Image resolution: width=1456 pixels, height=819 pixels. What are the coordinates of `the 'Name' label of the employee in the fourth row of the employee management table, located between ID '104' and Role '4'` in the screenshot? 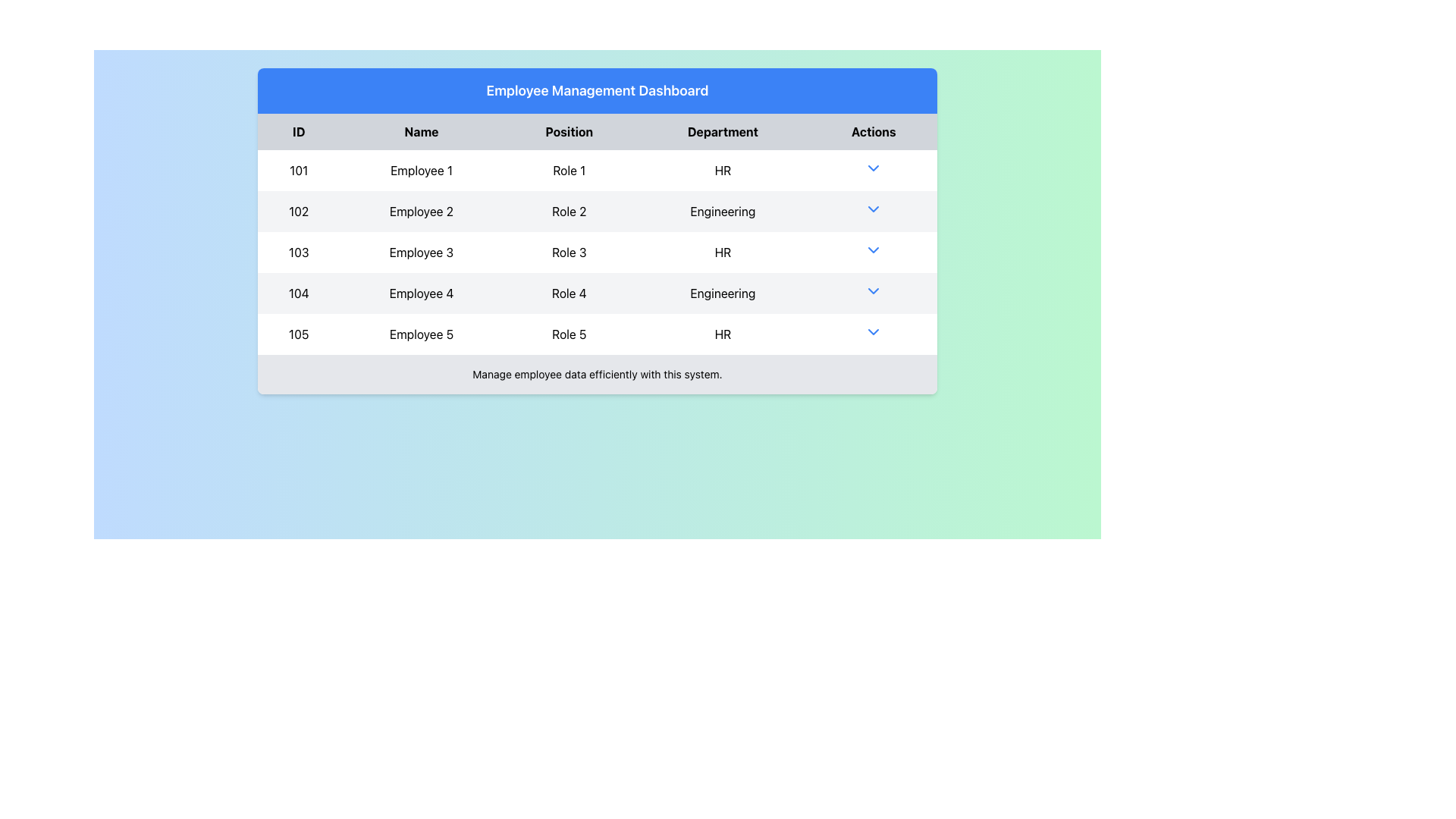 It's located at (422, 293).